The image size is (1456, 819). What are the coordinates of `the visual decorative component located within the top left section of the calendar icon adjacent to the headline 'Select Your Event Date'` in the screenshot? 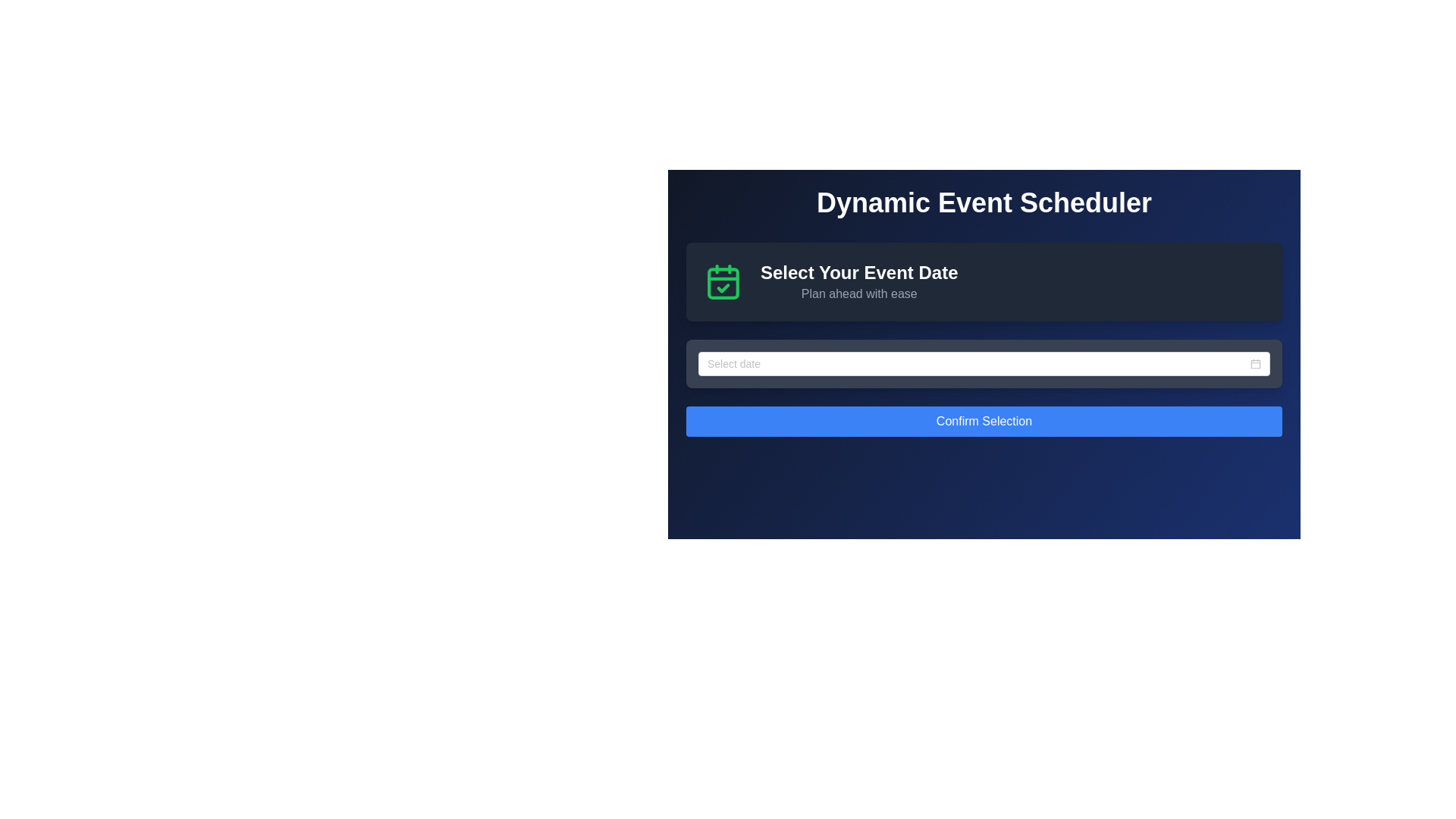 It's located at (723, 284).